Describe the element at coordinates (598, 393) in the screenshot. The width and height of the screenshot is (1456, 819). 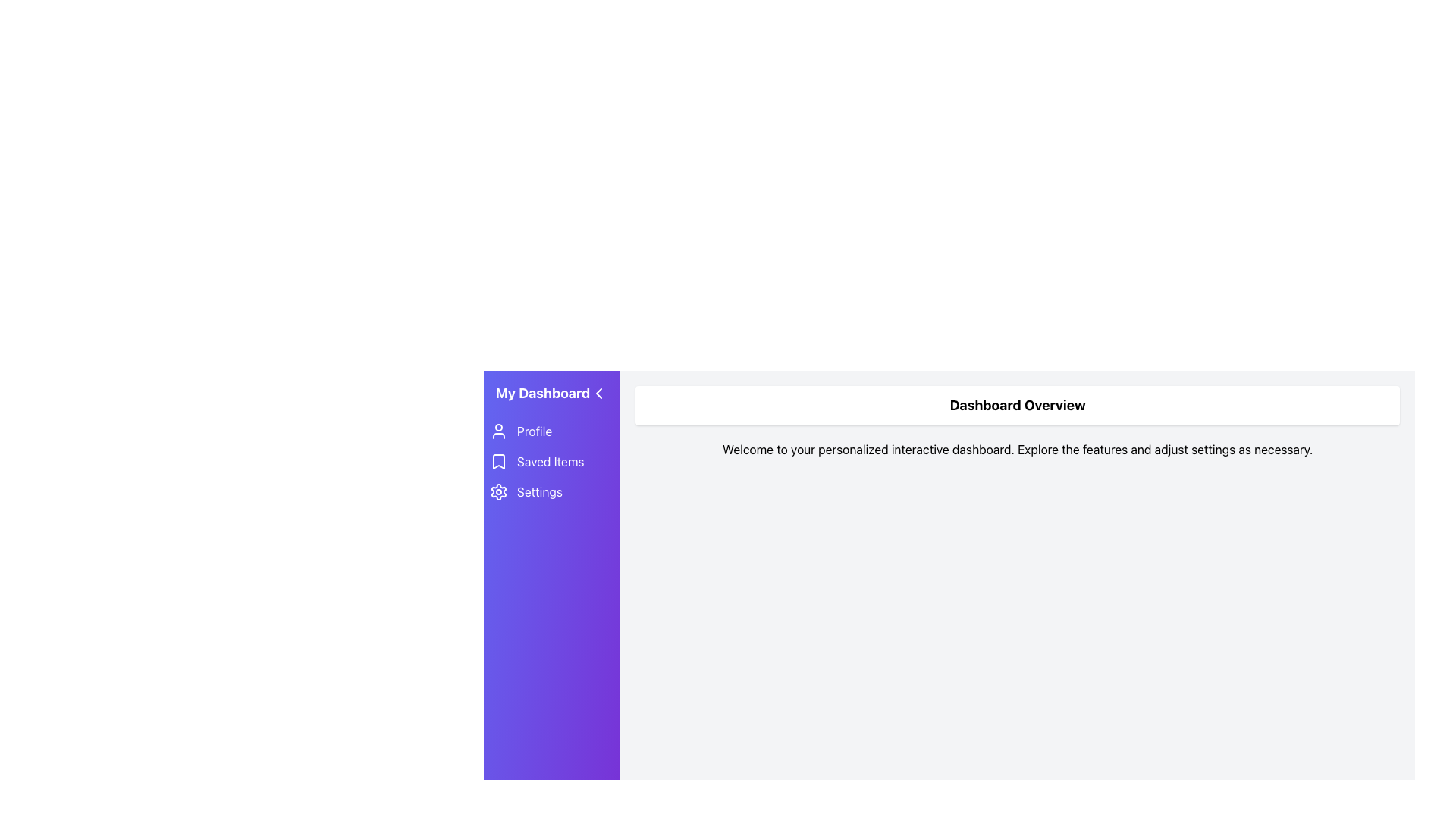
I see `the left-facing chevron icon button, which is styled in white against a purple background, located to the far-right of the title 'My Dashboard' in the header section of the sidebar` at that location.